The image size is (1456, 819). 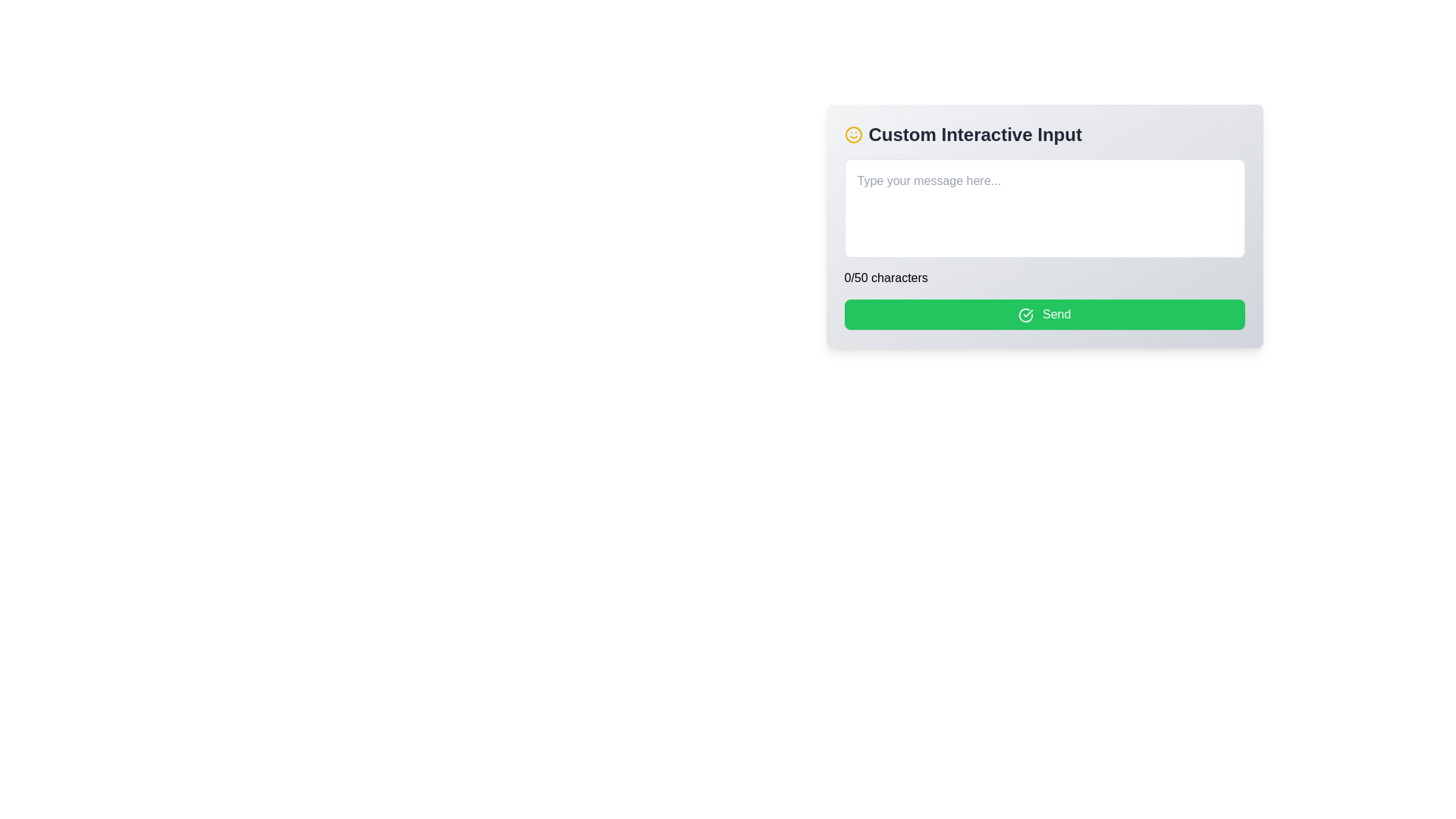 What do you see at coordinates (886, 278) in the screenshot?
I see `the text display showing '0/50 characters' which is aligned to the left beneath the input field and above the green 'Send' button` at bounding box center [886, 278].